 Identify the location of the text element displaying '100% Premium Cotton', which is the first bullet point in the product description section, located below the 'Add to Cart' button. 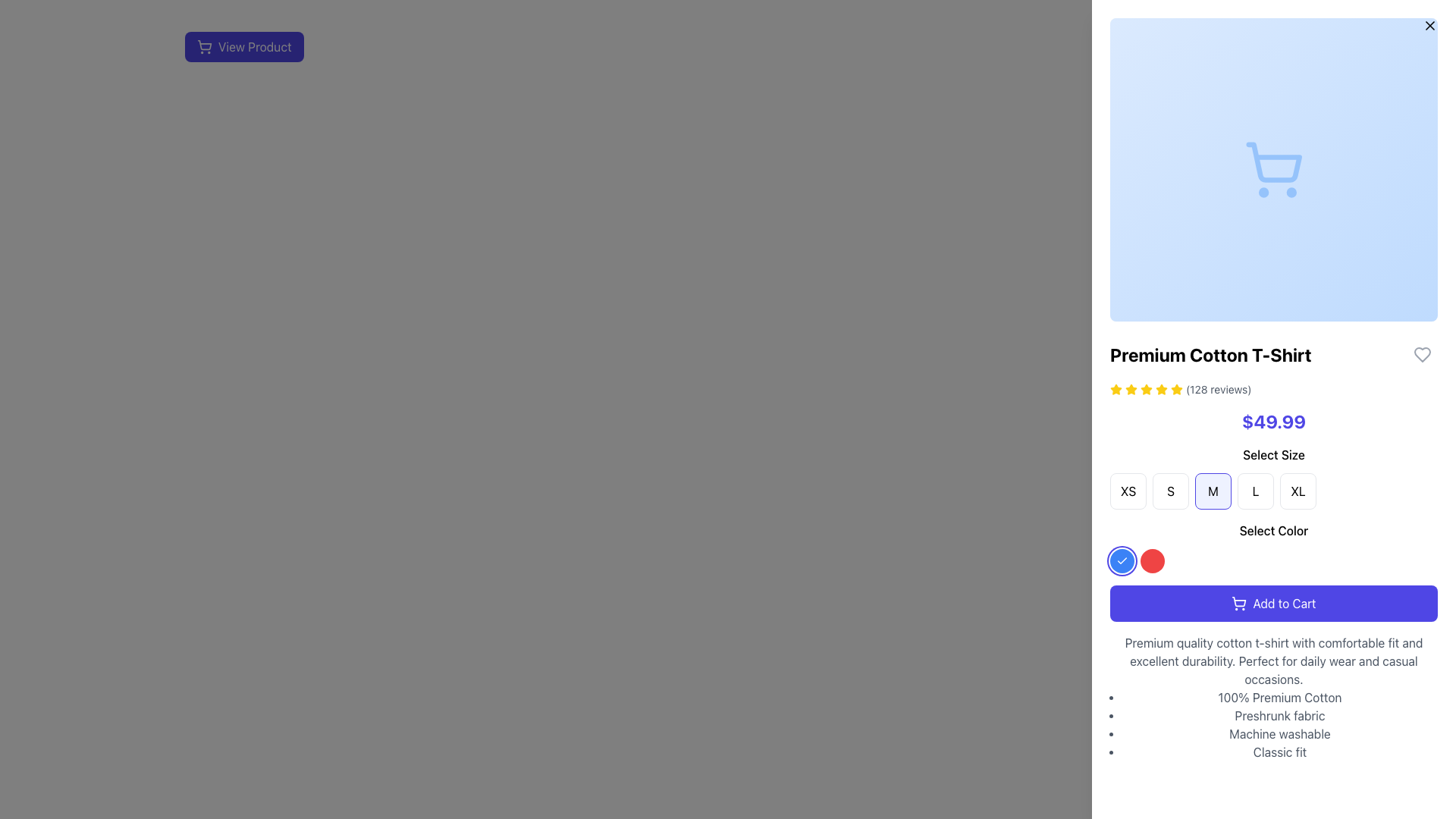
(1279, 698).